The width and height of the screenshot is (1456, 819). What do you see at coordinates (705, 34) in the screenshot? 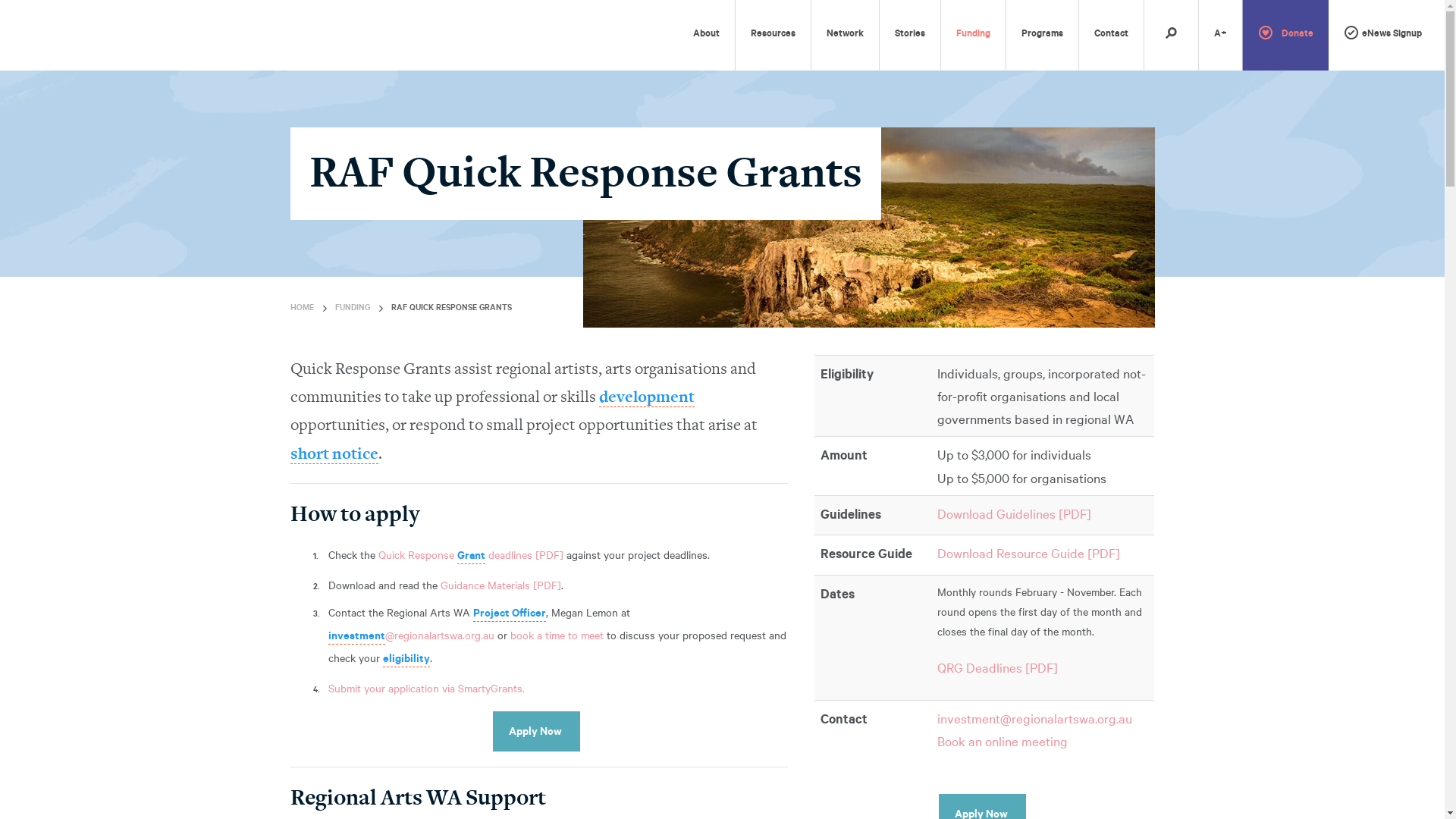
I see `'About'` at bounding box center [705, 34].